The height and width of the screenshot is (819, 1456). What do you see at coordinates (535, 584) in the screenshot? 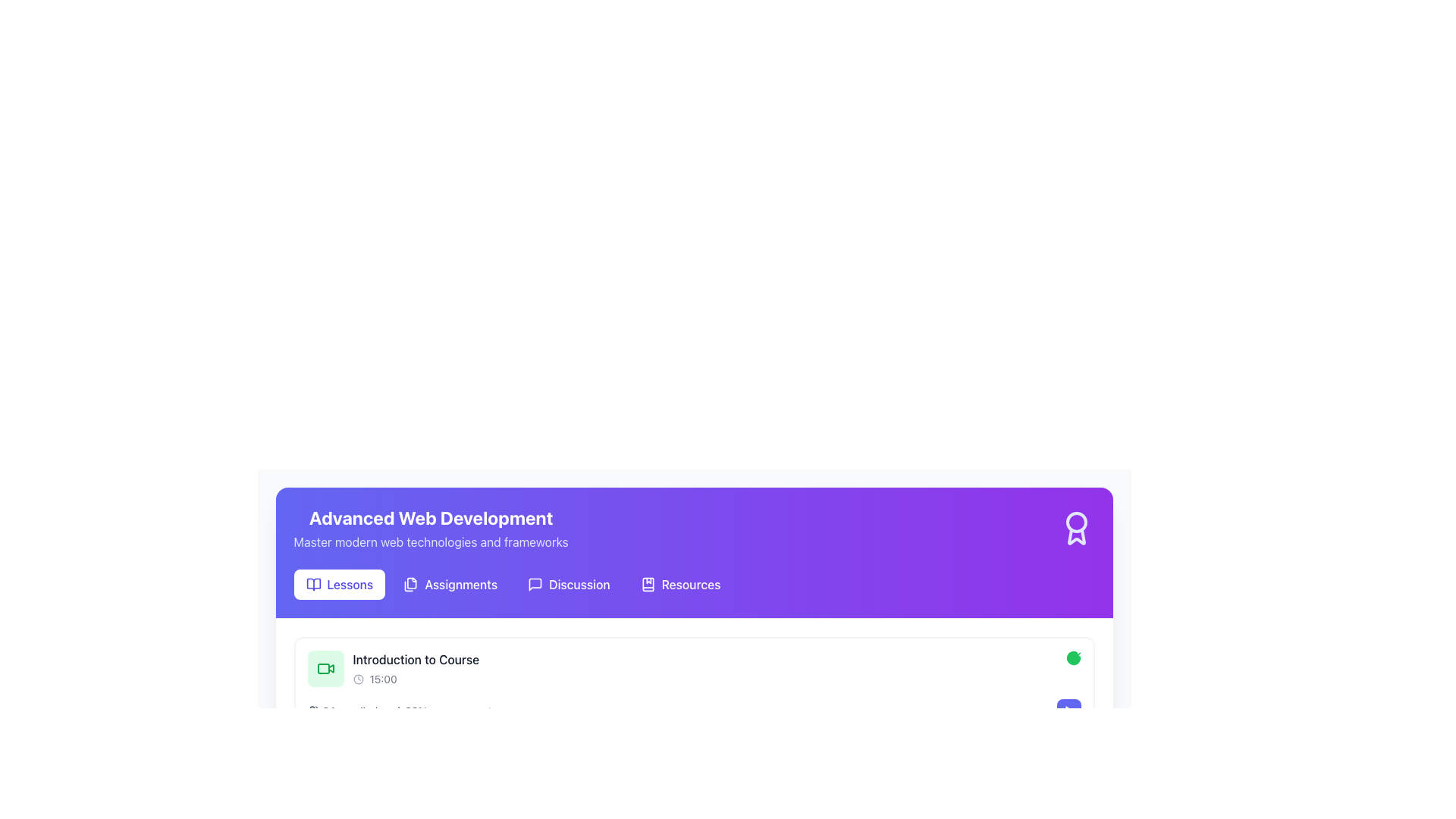
I see `the small square icon resembling a message bubble, which is part of the navigation bar associated with the 'Discussion' label` at bounding box center [535, 584].